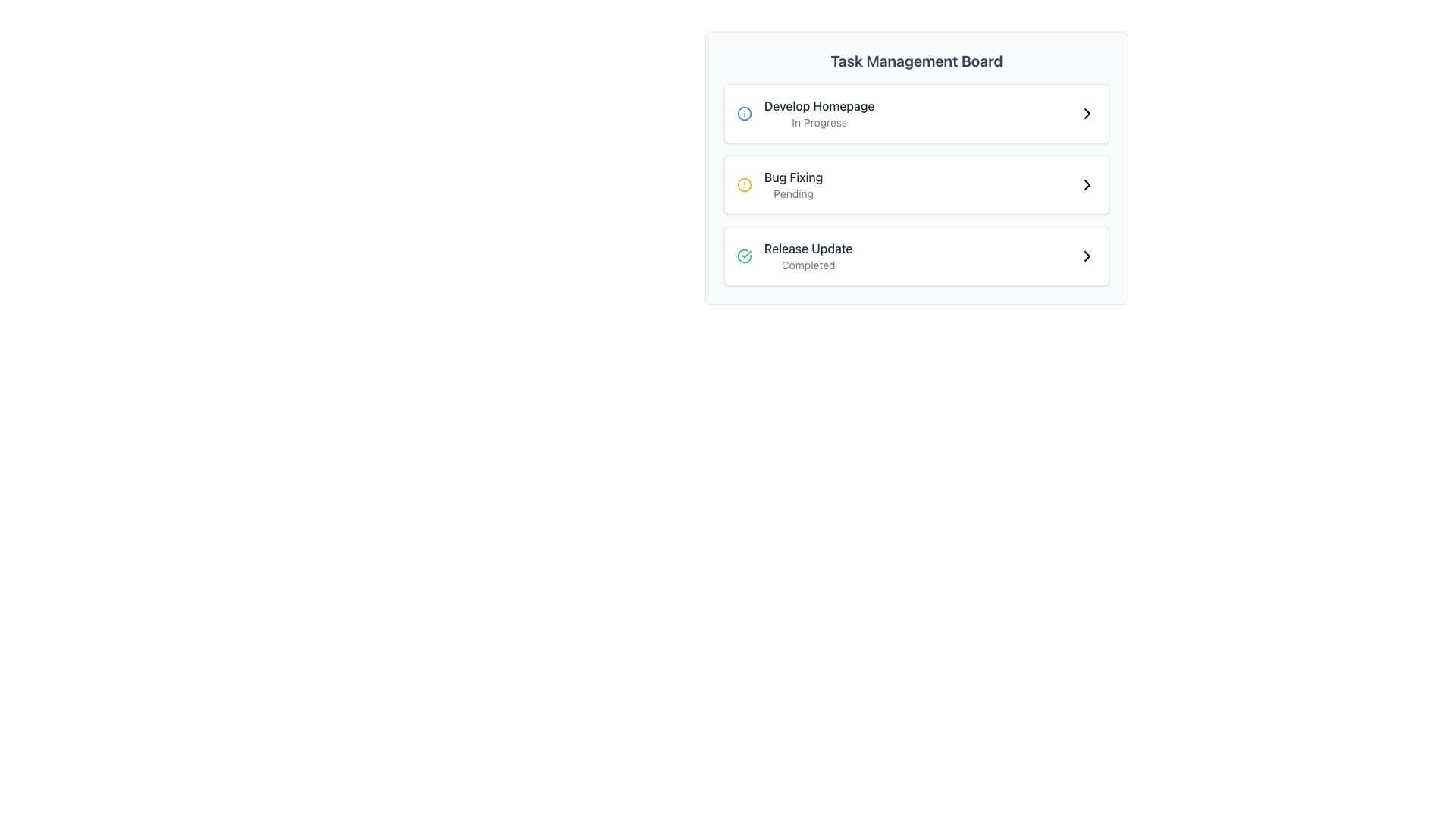 This screenshot has width=1456, height=819. I want to click on the yellow circular SVG Circle Component that represents a warning or alert icon next to the 'Bug Fixing' task in the Task Management Board, so click(745, 184).